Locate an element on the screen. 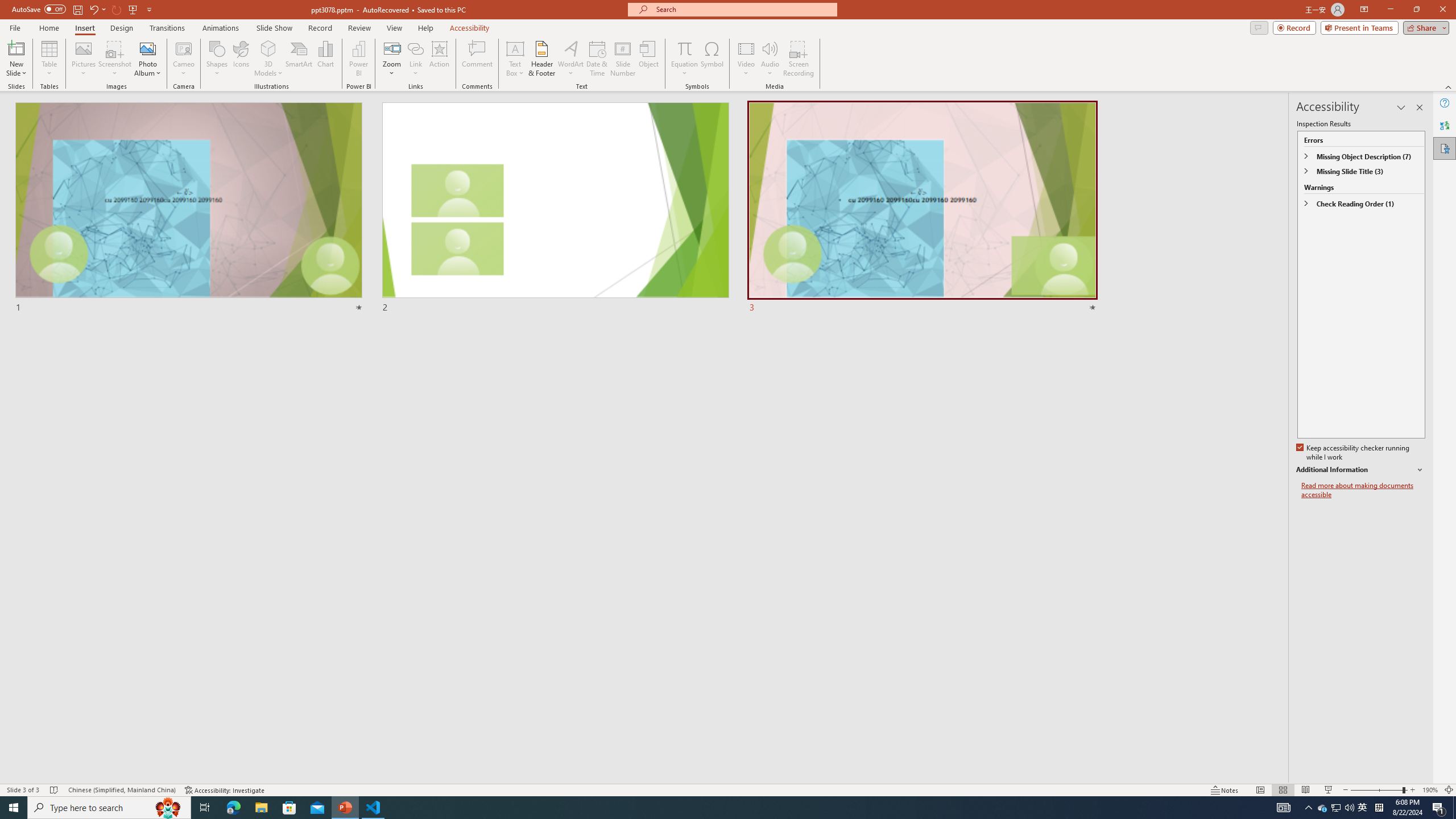 This screenshot has height=819, width=1456. 'Comment' is located at coordinates (476, 59).